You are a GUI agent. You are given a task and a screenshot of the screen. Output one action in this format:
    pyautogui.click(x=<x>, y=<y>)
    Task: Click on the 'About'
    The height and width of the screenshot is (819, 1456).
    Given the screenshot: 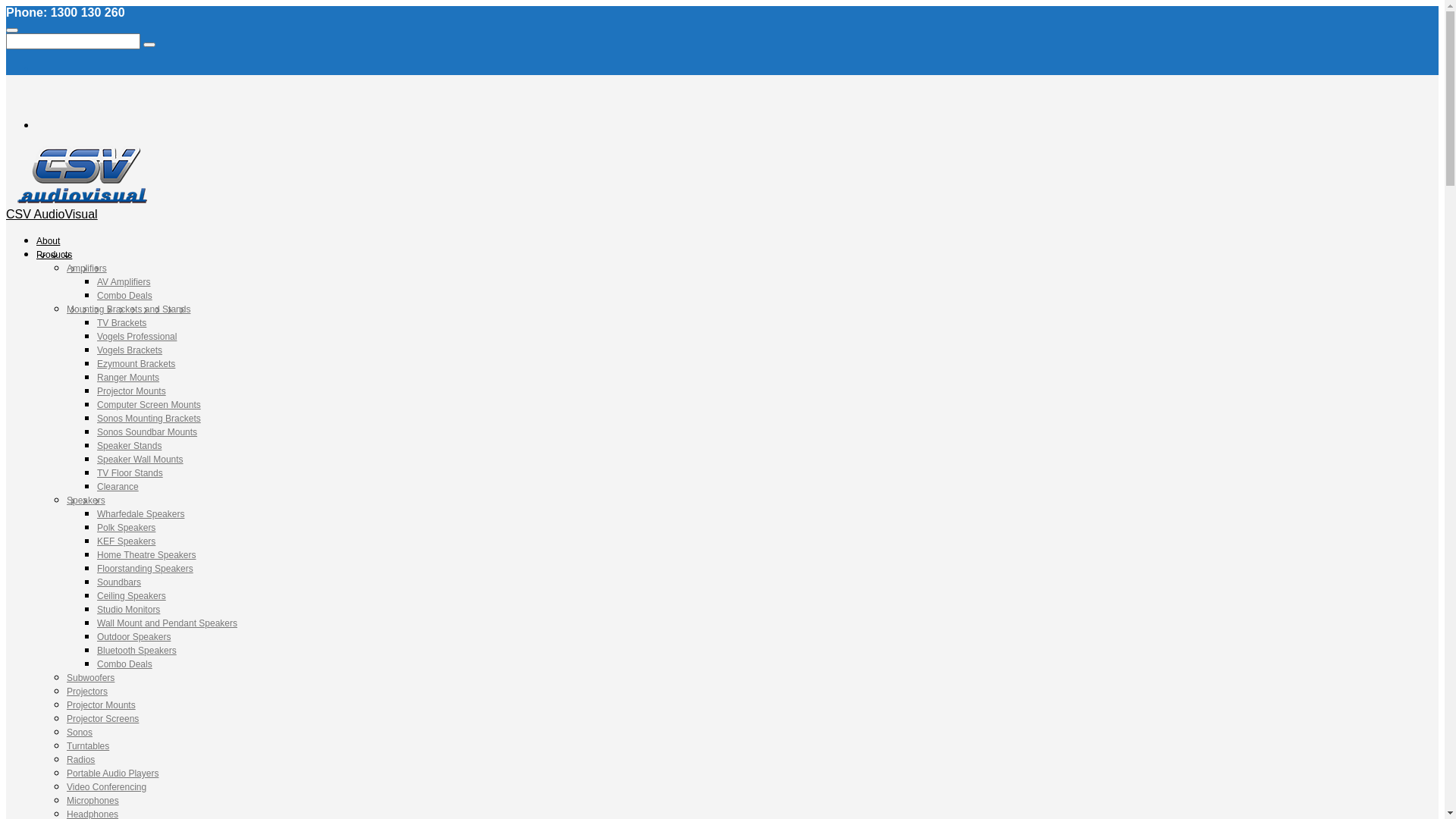 What is the action you would take?
    pyautogui.click(x=48, y=240)
    